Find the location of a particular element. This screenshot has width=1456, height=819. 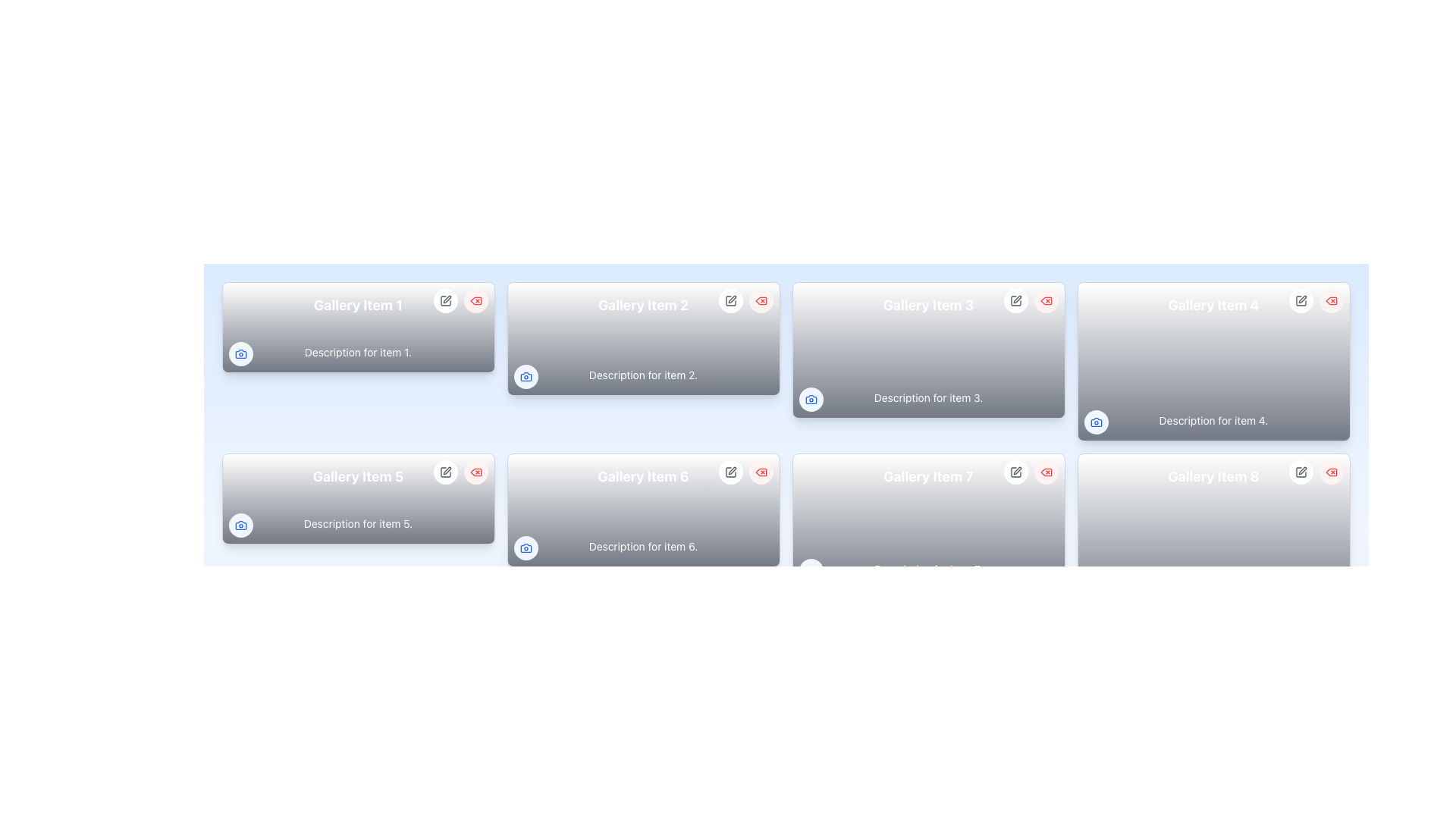

the edit icon resembling a pen within the button group located at the top right corner of the 'Gallery Item 3' card is located at coordinates (1017, 299).